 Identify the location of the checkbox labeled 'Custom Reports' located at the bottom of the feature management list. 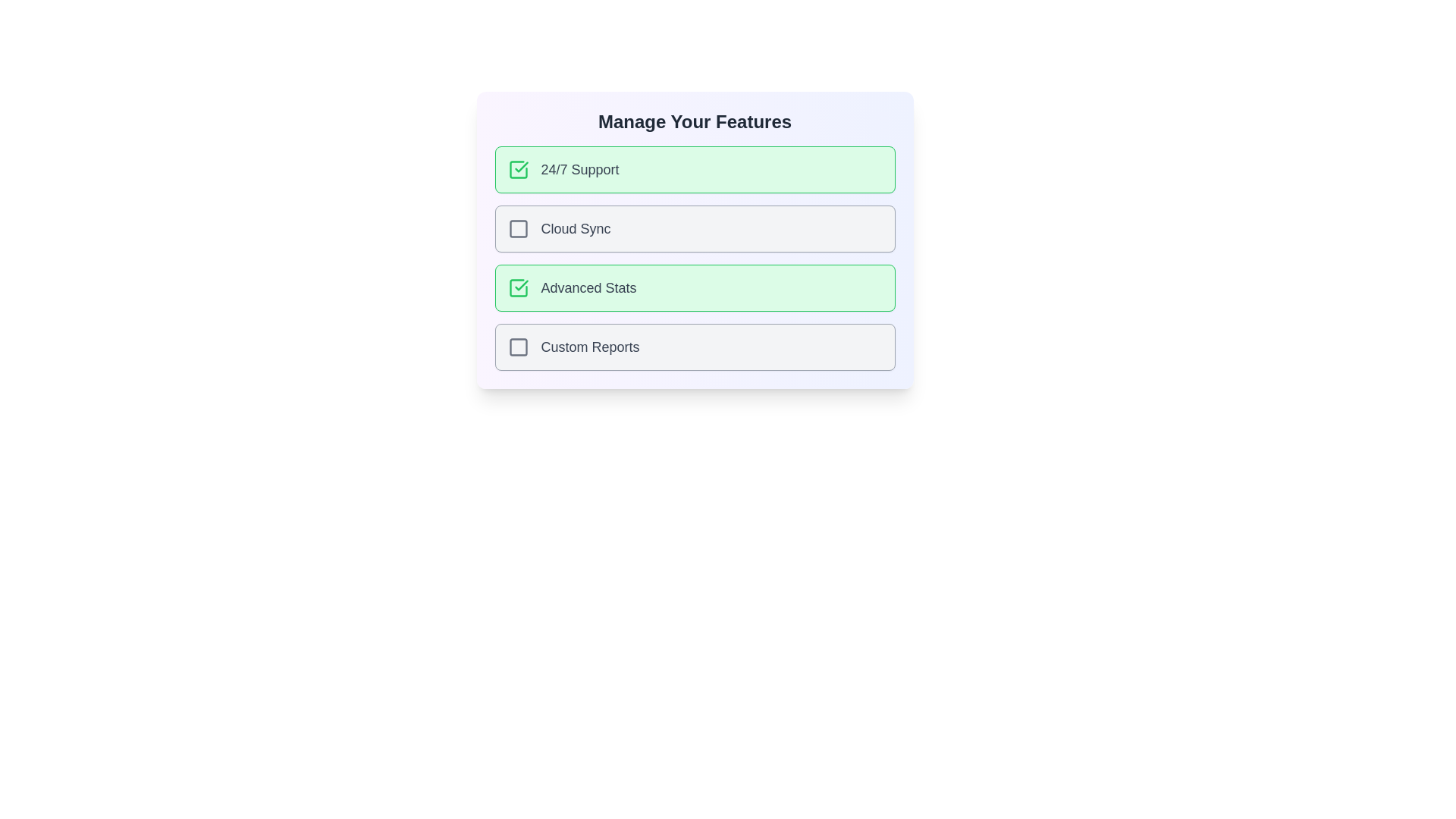
(694, 347).